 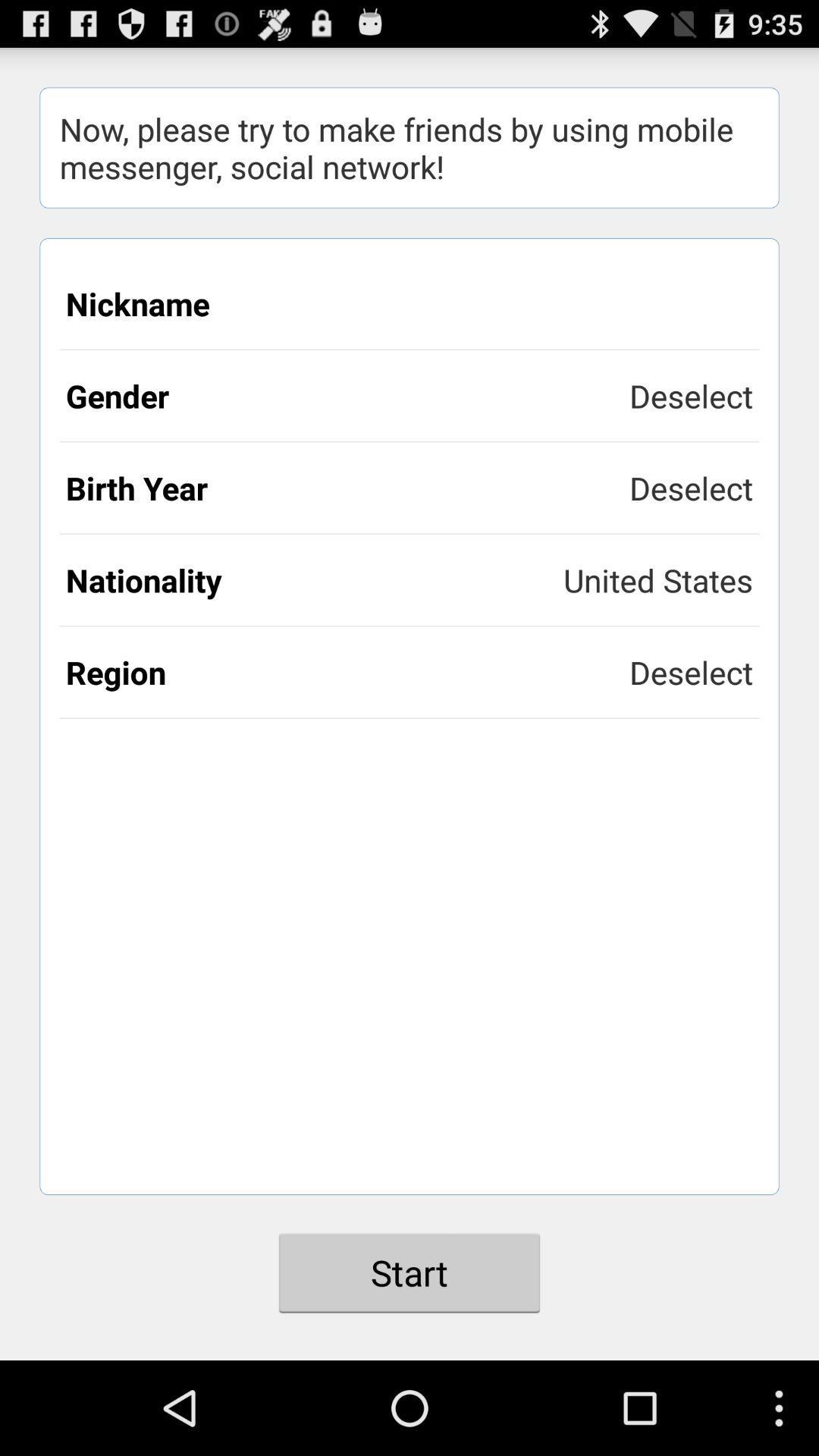 I want to click on icon to the left of deselect, so click(x=347, y=488).